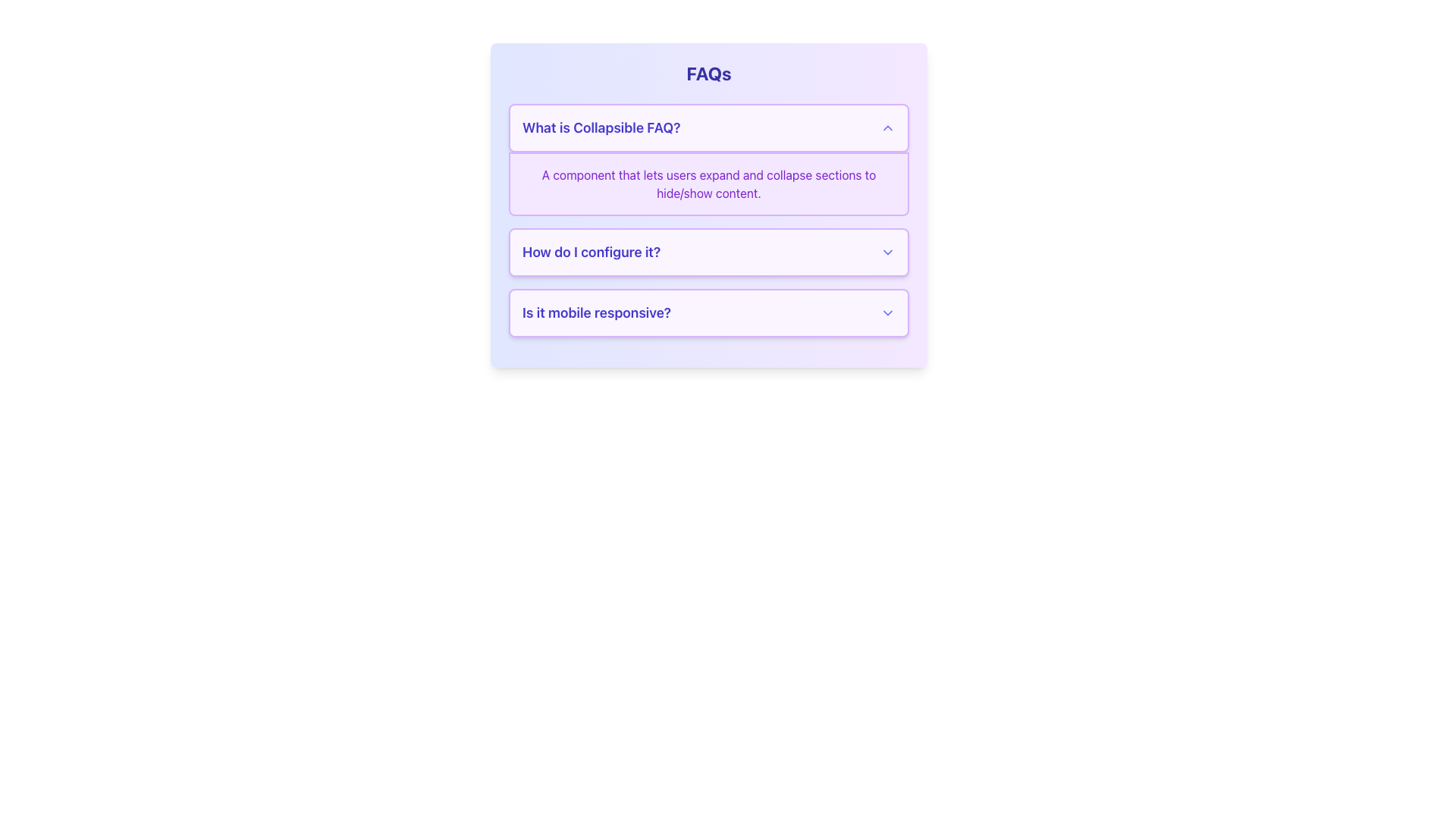  Describe the element at coordinates (708, 312) in the screenshot. I see `the collapsible panel labeled 'Is it mobile responsive?'` at that location.